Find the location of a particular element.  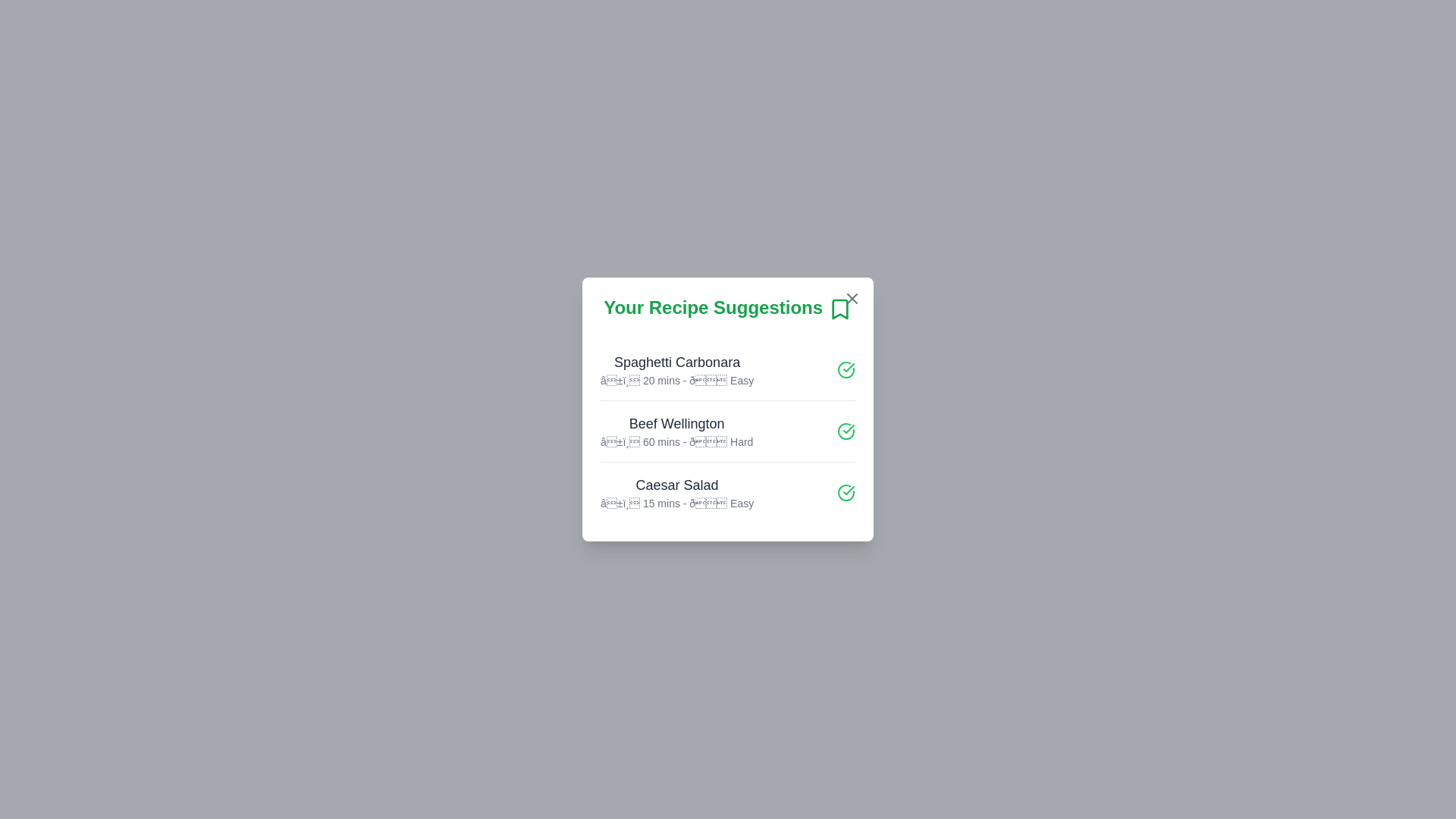

close button to close the dialog is located at coordinates (852, 298).